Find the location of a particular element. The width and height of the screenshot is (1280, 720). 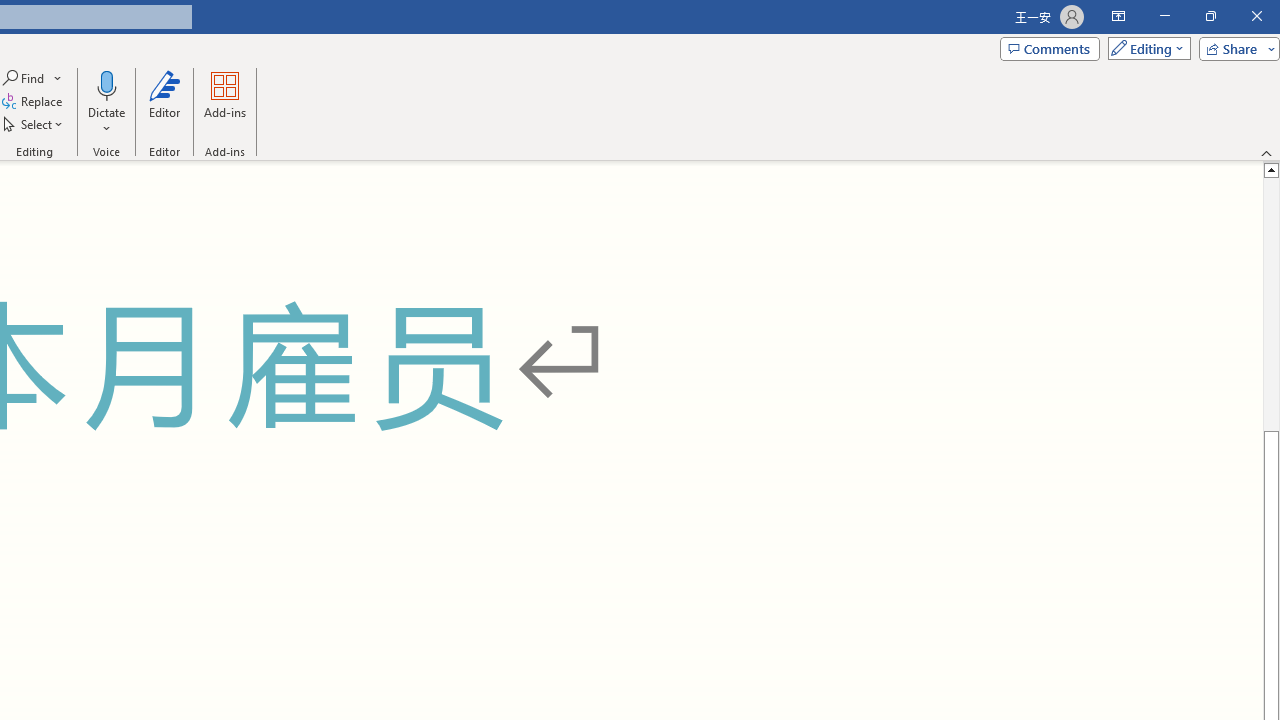

'Share' is located at coordinates (1234, 47).